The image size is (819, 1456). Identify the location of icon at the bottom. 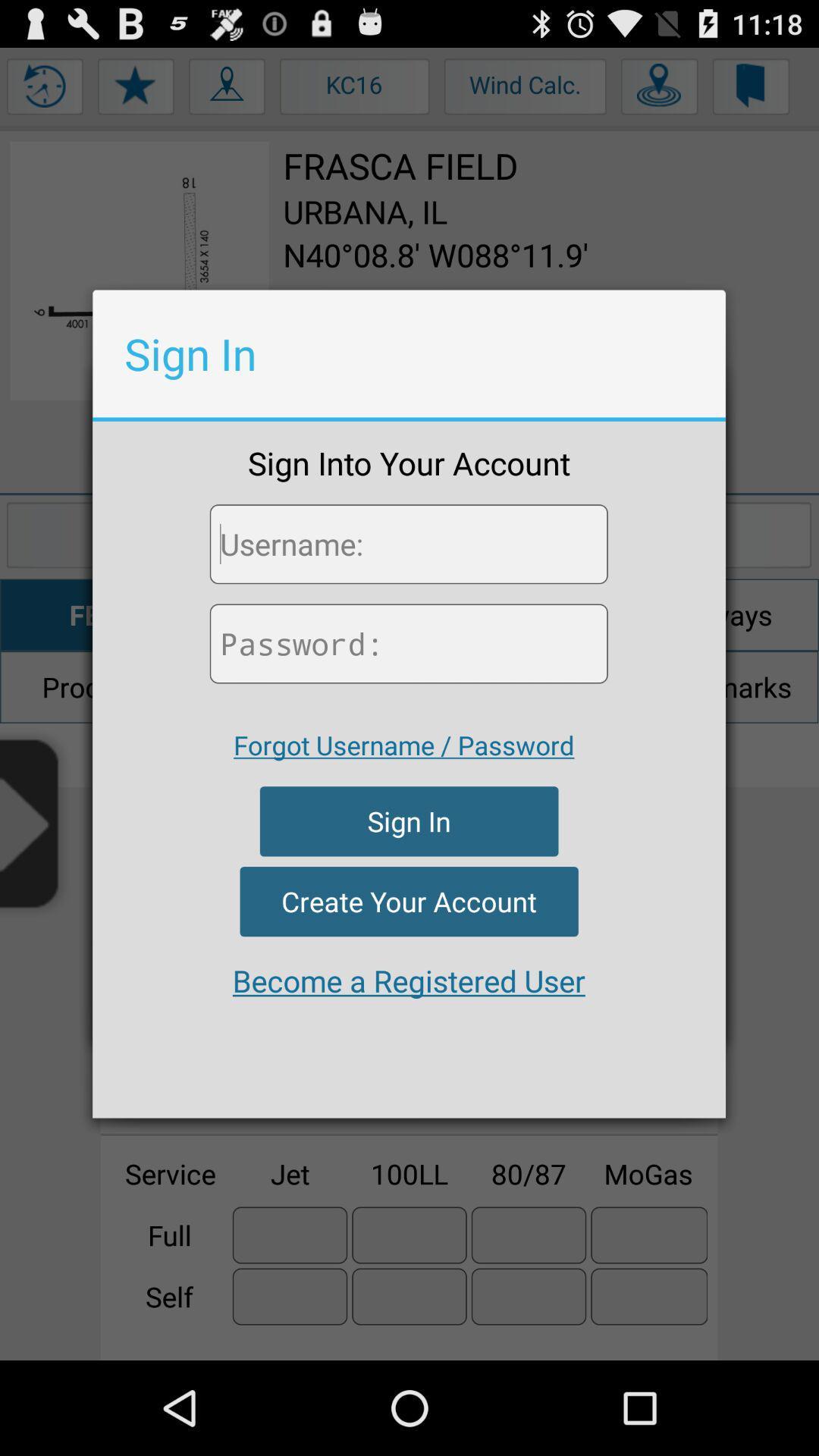
(408, 981).